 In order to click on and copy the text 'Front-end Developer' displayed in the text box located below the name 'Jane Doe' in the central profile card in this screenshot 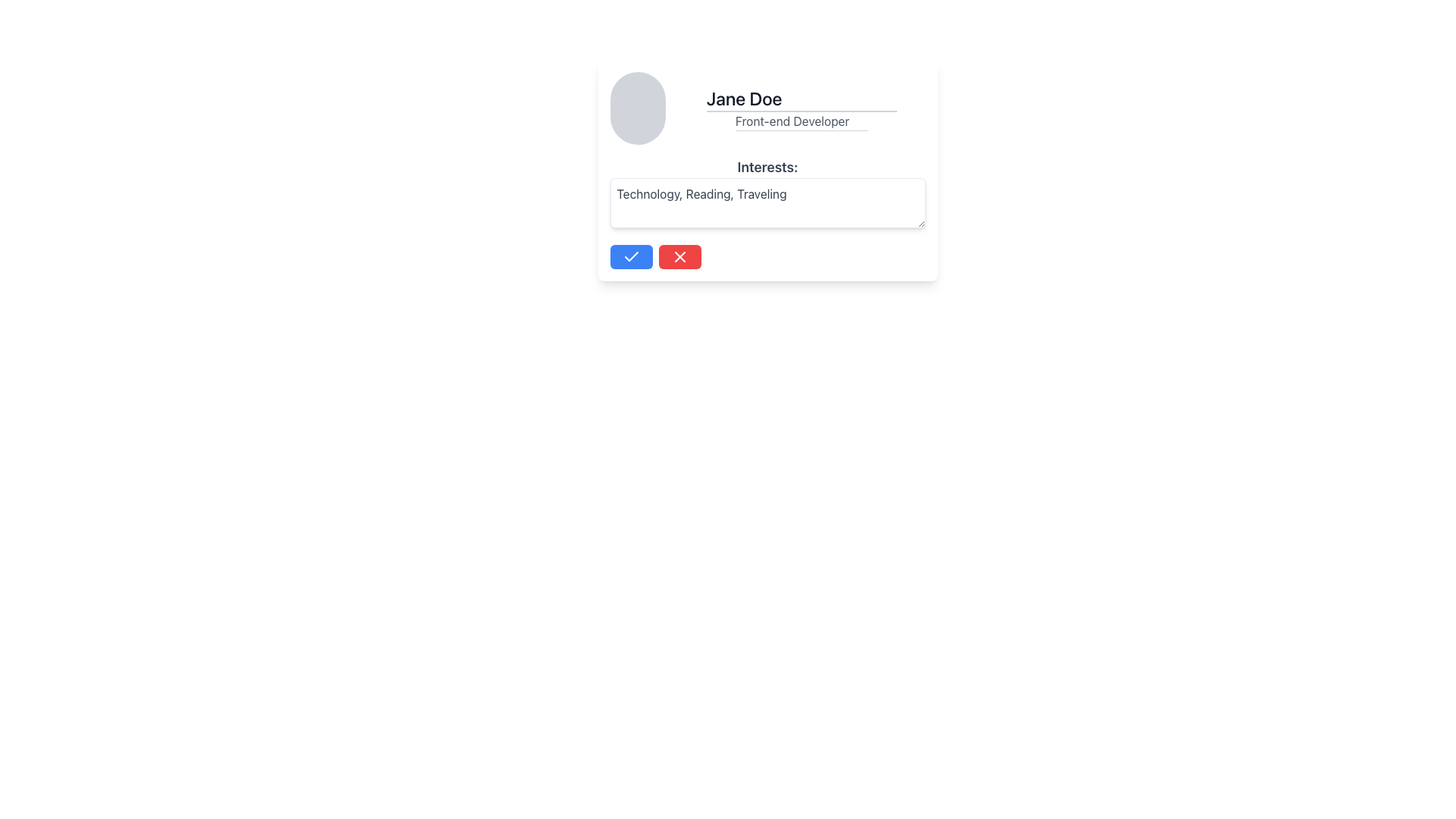, I will do `click(801, 120)`.